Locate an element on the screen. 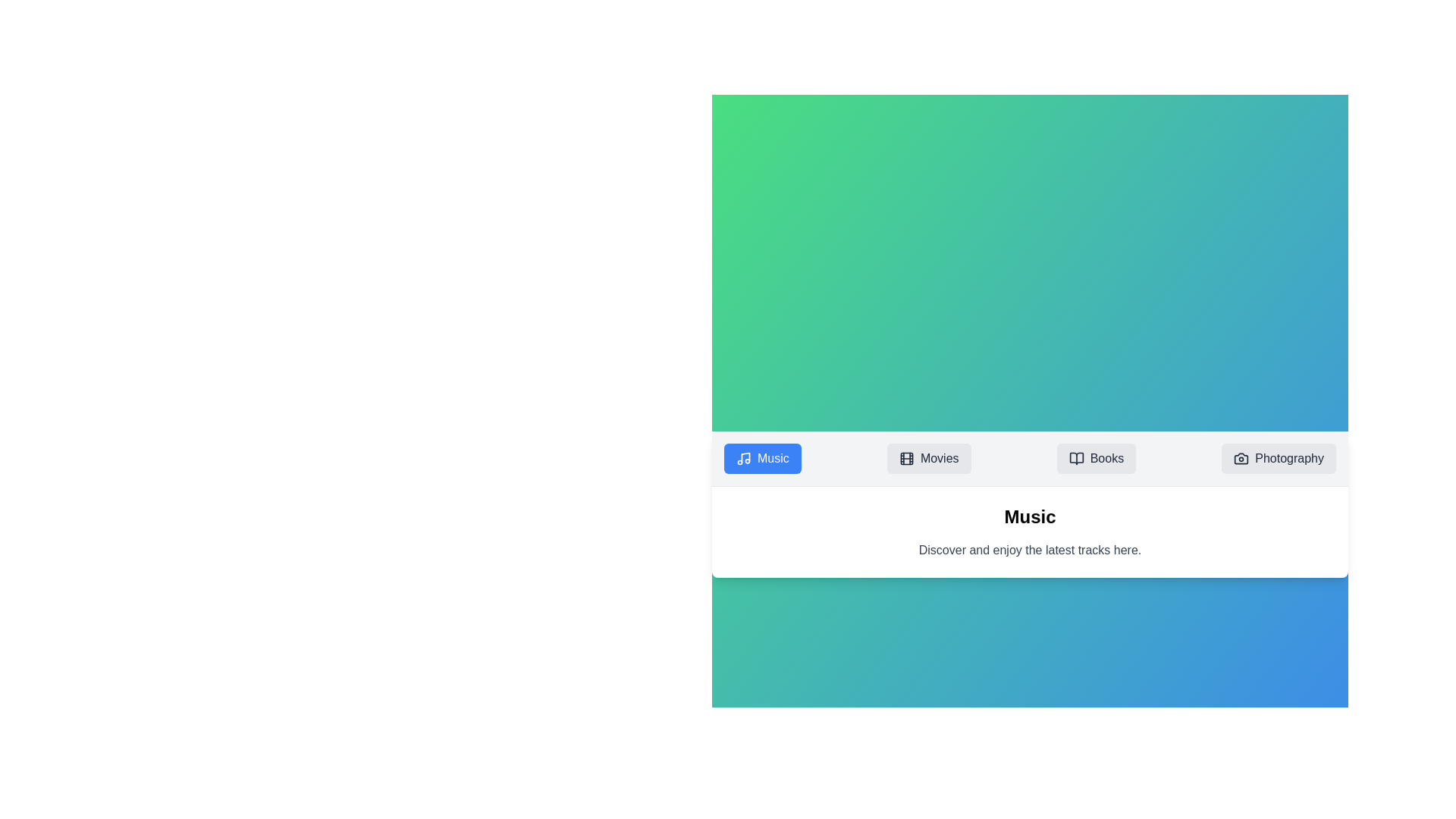  the 'Photography' button, which is the fourth button in the navigation bar is located at coordinates (1278, 457).